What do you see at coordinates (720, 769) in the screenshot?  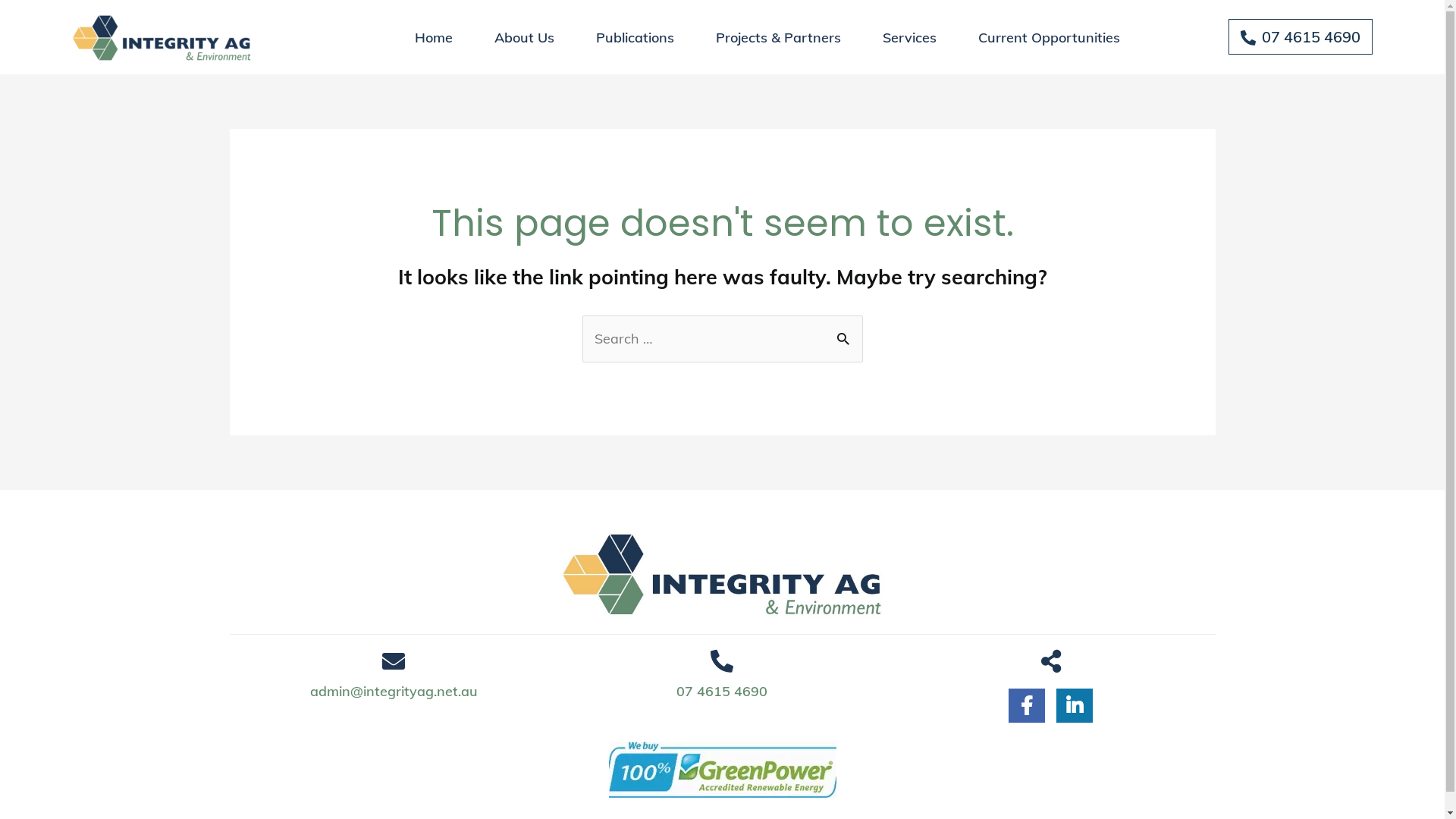 I see `'Green power'` at bounding box center [720, 769].